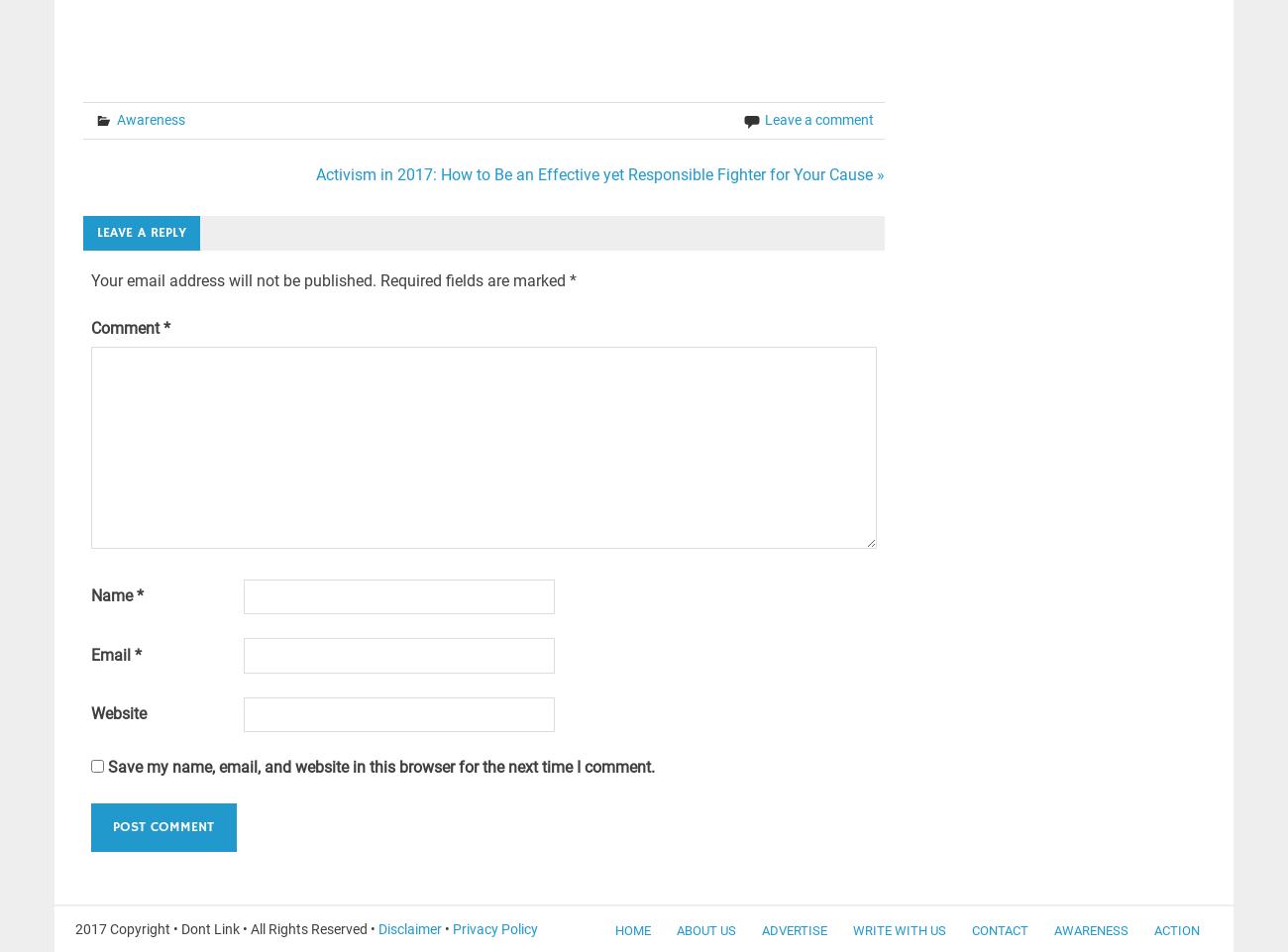 This screenshot has height=952, width=1288. I want to click on 'Website', so click(116, 713).